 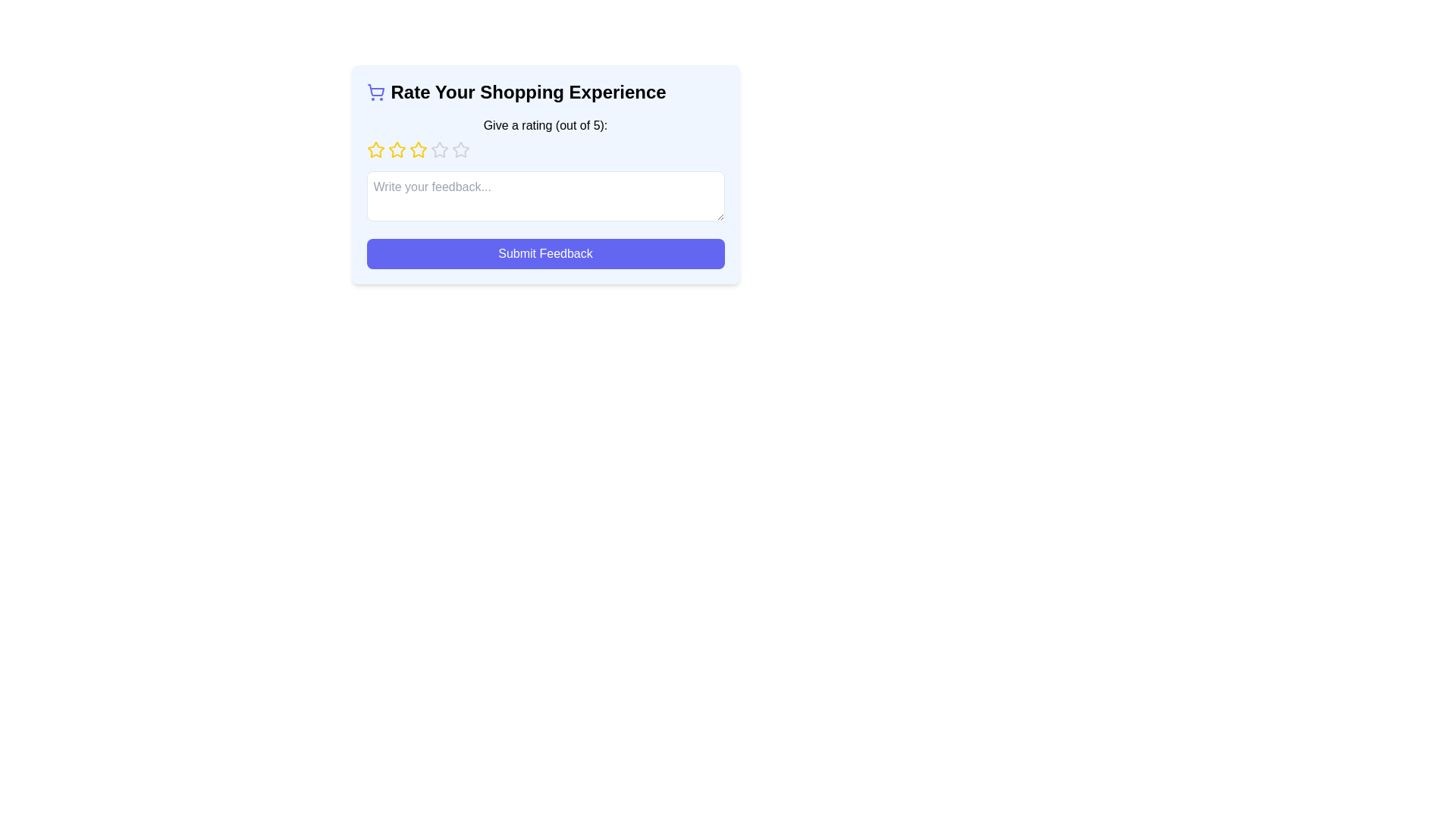 What do you see at coordinates (460, 149) in the screenshot?
I see `the fifth star icon in the rating component` at bounding box center [460, 149].